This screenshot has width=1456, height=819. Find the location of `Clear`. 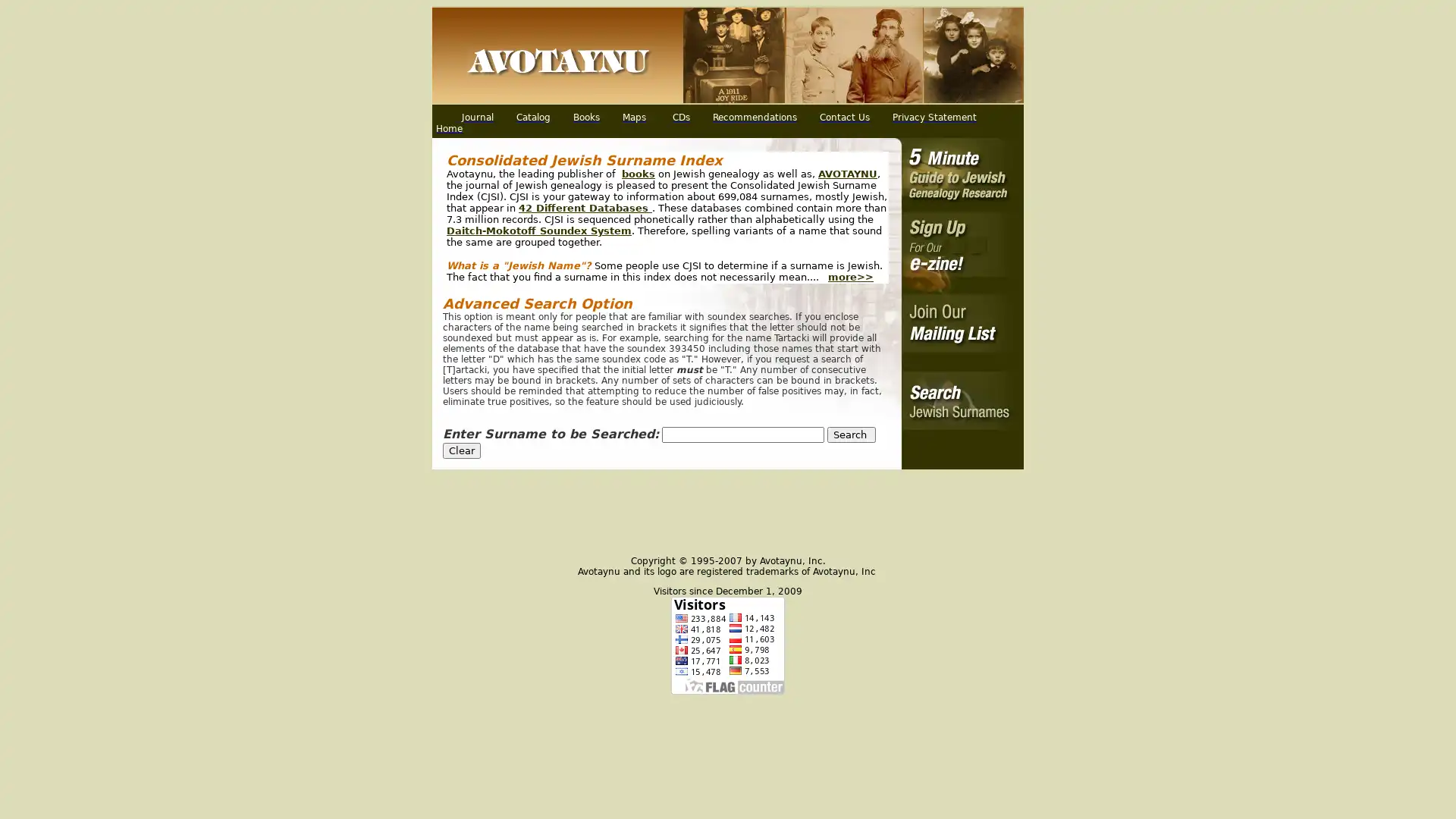

Clear is located at coordinates (461, 450).